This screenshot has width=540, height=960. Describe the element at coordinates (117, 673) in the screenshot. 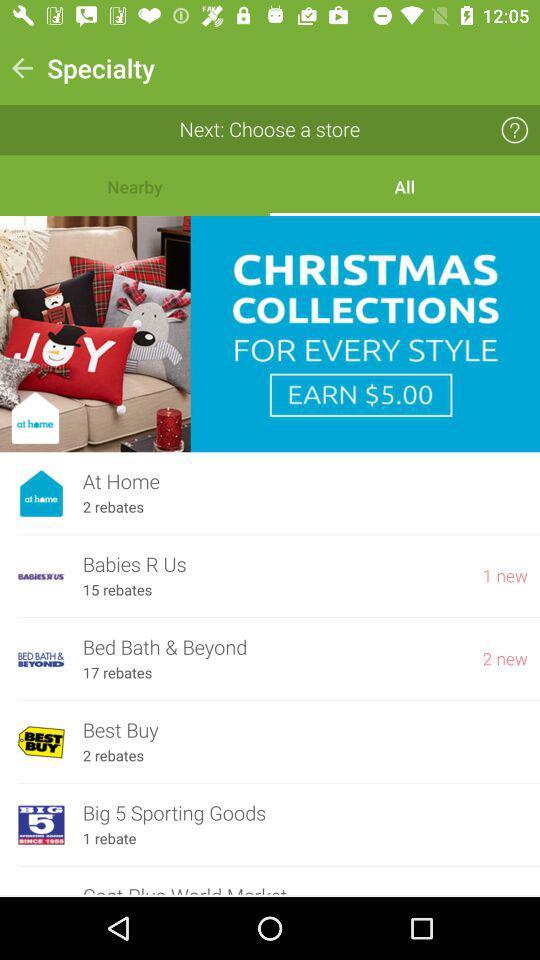

I see `the icon next to 2 new icon` at that location.